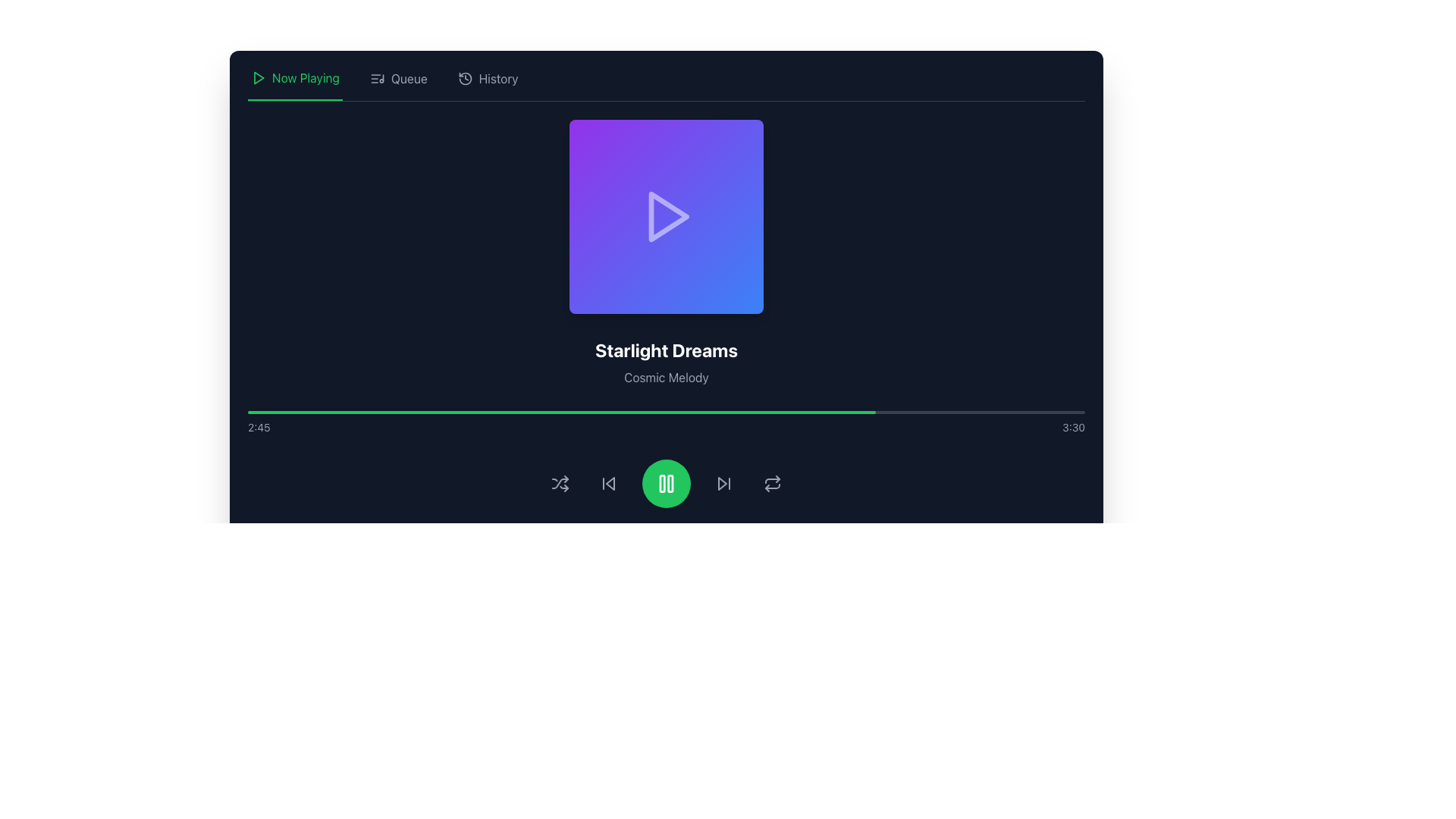 This screenshot has width=1456, height=819. What do you see at coordinates (666, 362) in the screenshot?
I see `the text-based informational element that displays the current title and subtitle, located below the media thumbnail and above the progress bar` at bounding box center [666, 362].